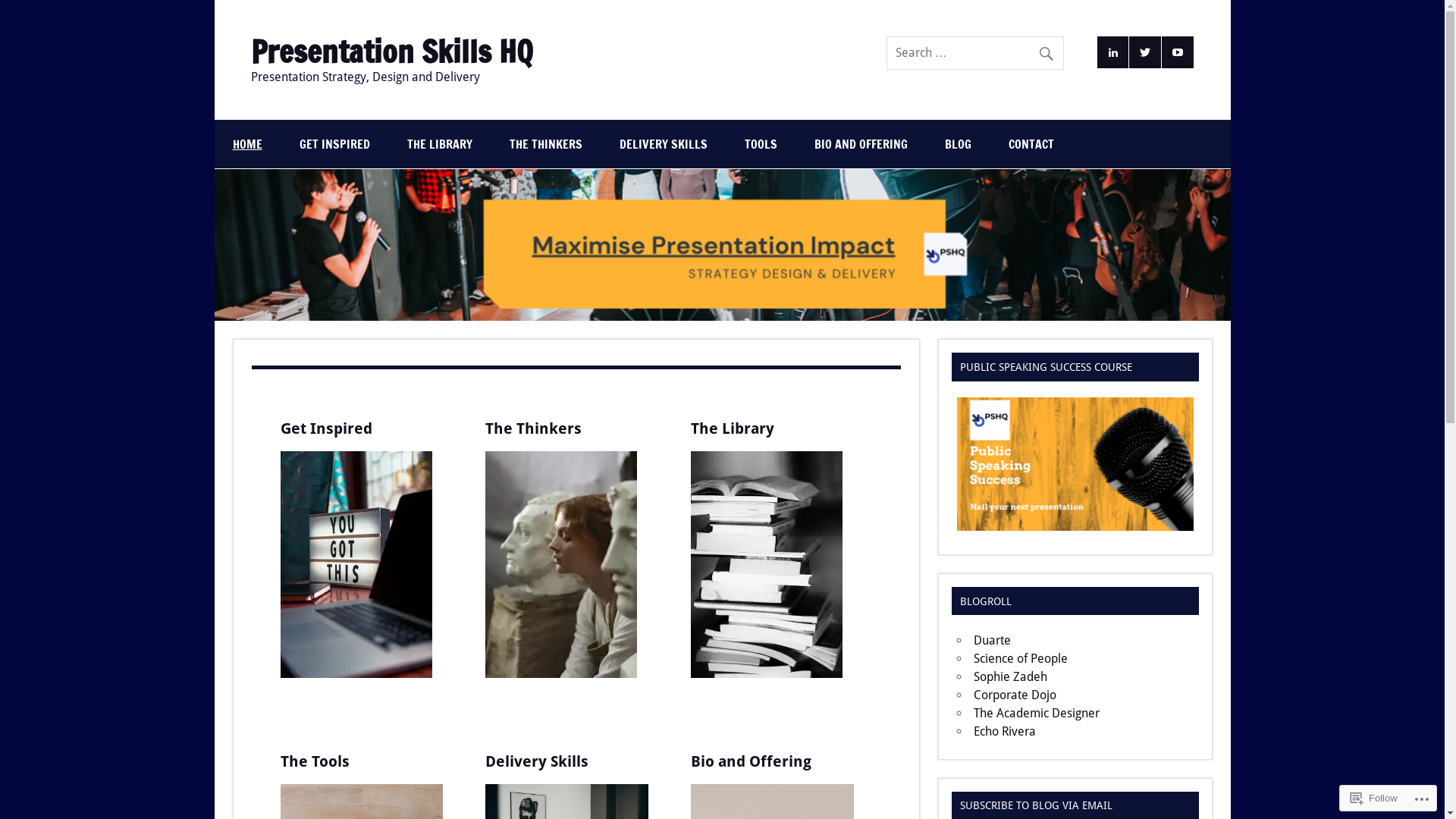 The height and width of the screenshot is (819, 1456). Describe the element at coordinates (246, 143) in the screenshot. I see `'HOME'` at that location.